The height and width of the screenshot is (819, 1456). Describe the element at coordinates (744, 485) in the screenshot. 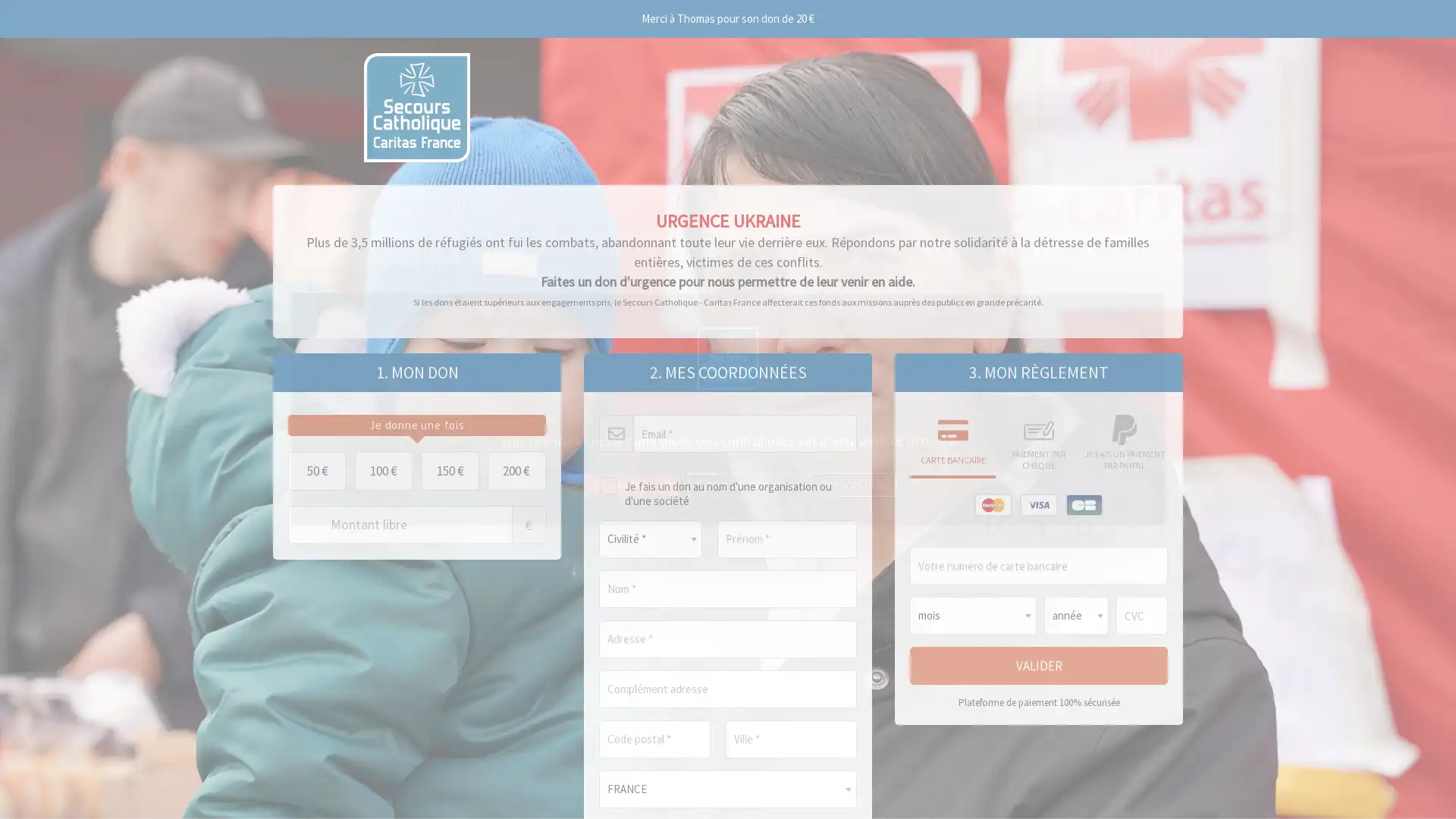

I see `Deny all cookies` at that location.